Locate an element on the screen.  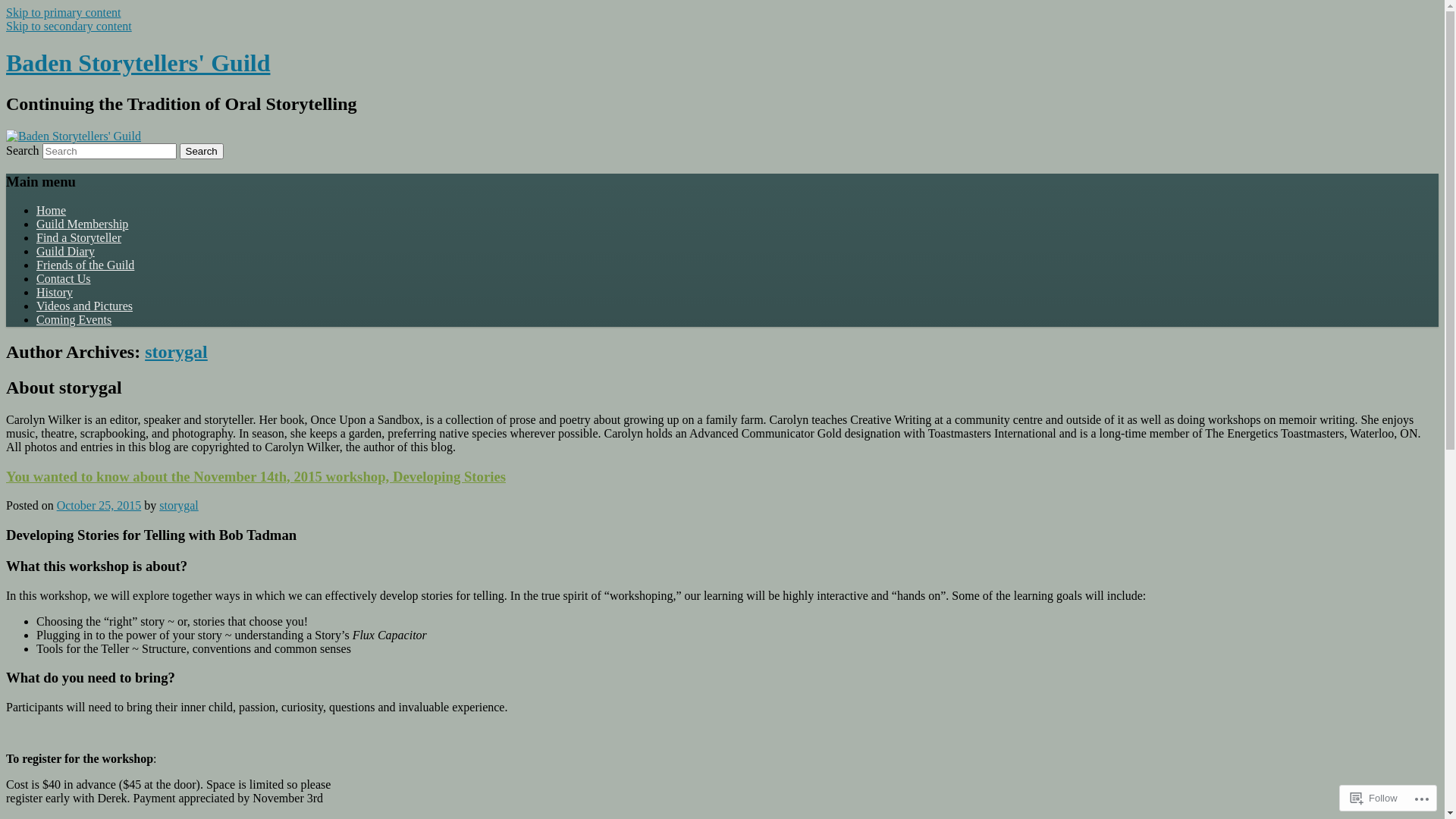
'History' is located at coordinates (55, 292).